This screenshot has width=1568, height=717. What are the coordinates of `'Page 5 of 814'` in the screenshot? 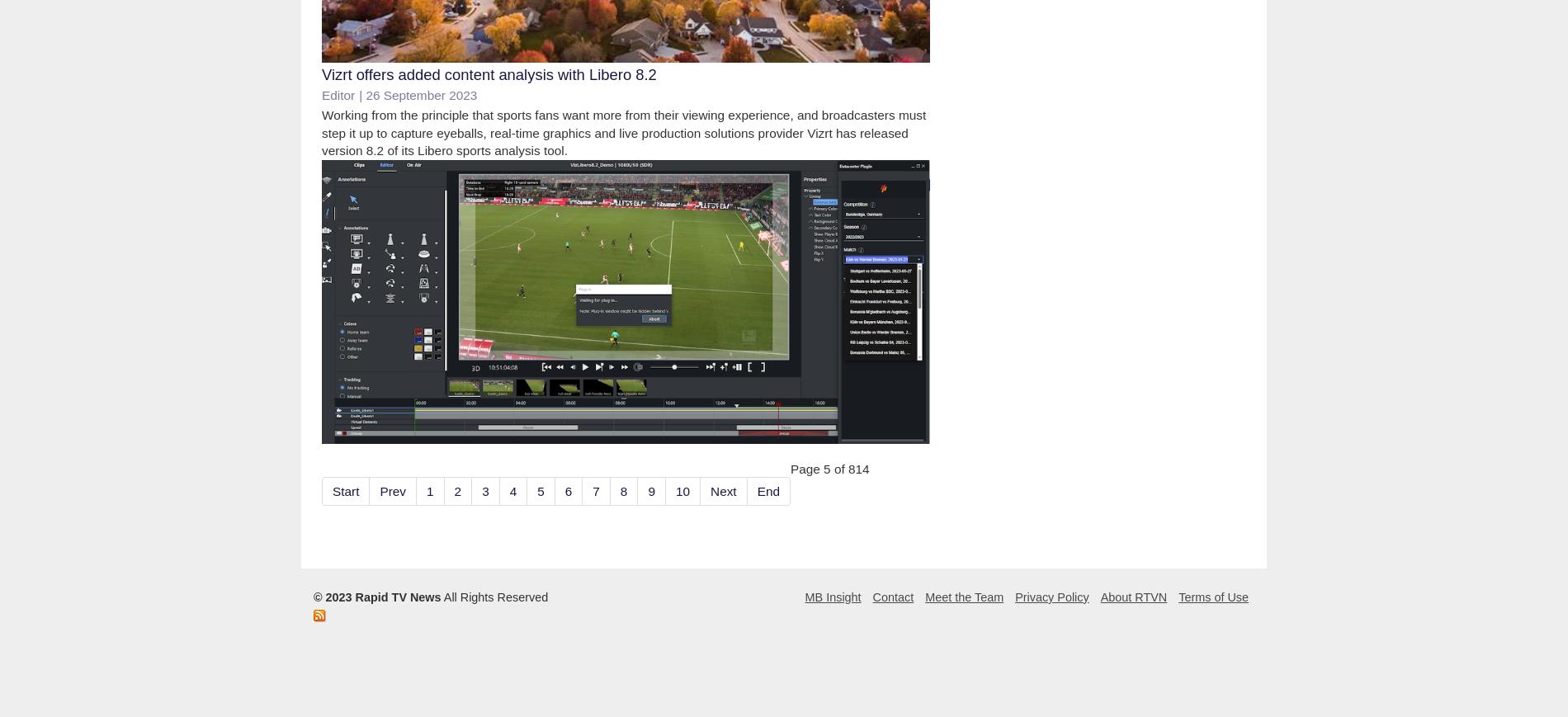 It's located at (829, 468).